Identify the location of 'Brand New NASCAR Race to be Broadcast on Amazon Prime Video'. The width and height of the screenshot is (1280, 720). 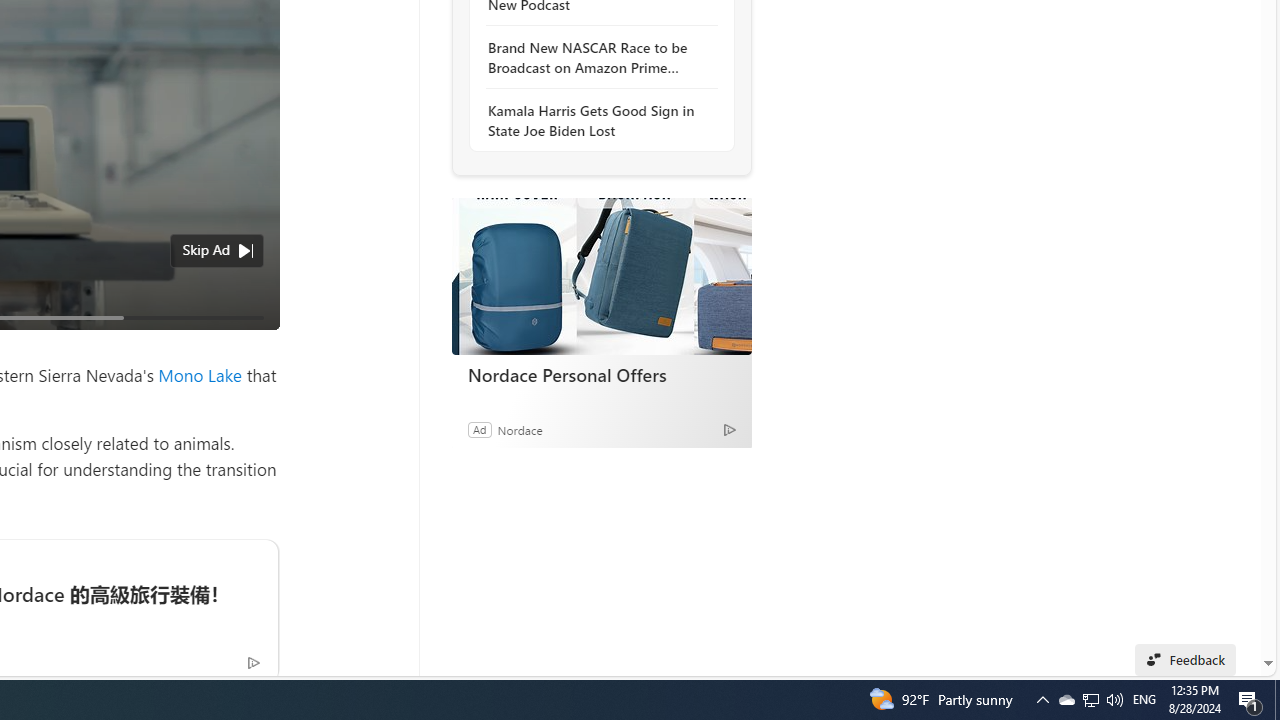
(595, 56).